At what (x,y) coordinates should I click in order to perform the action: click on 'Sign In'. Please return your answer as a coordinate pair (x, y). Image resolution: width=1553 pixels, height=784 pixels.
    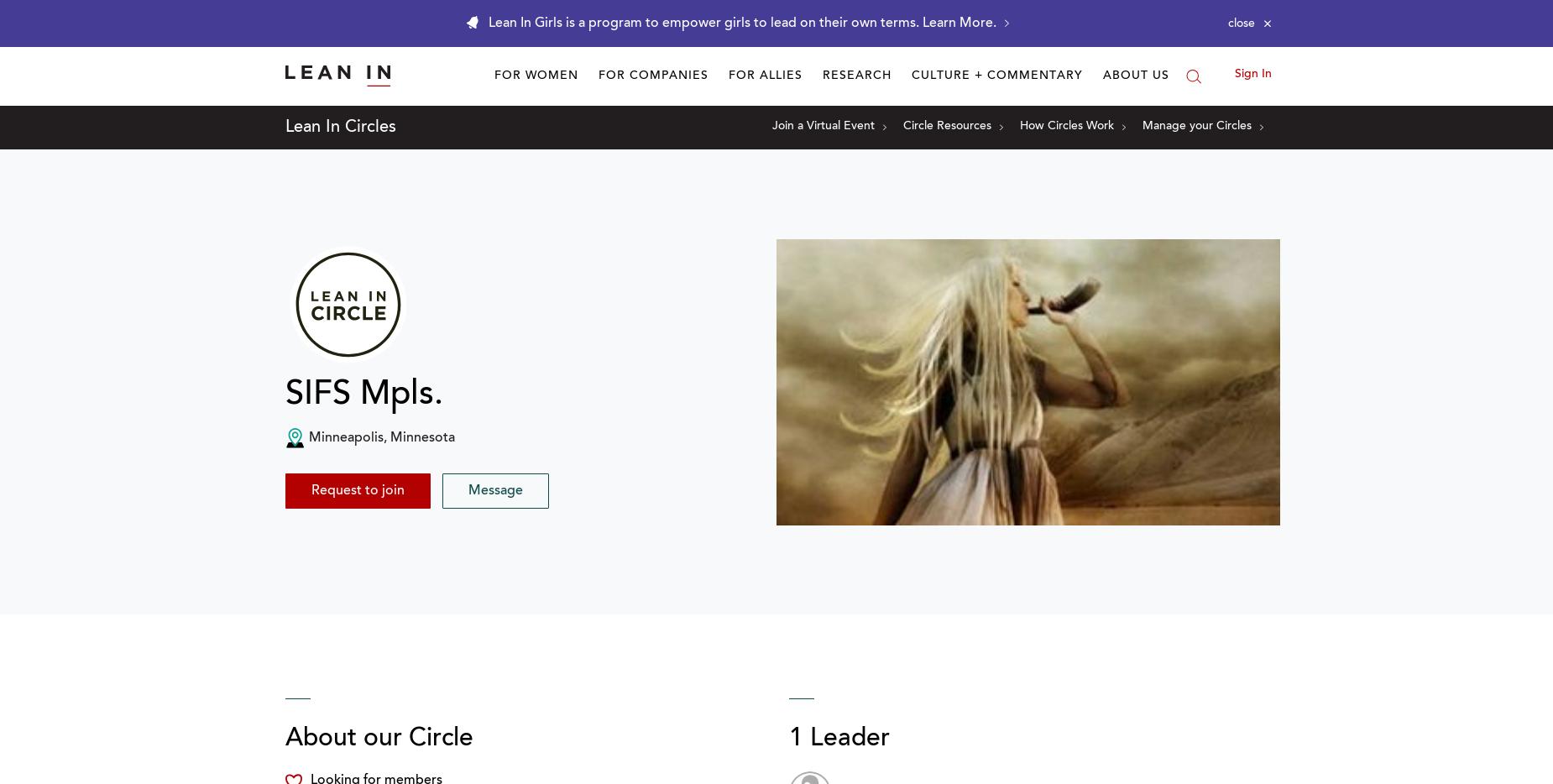
    Looking at the image, I should click on (1252, 75).